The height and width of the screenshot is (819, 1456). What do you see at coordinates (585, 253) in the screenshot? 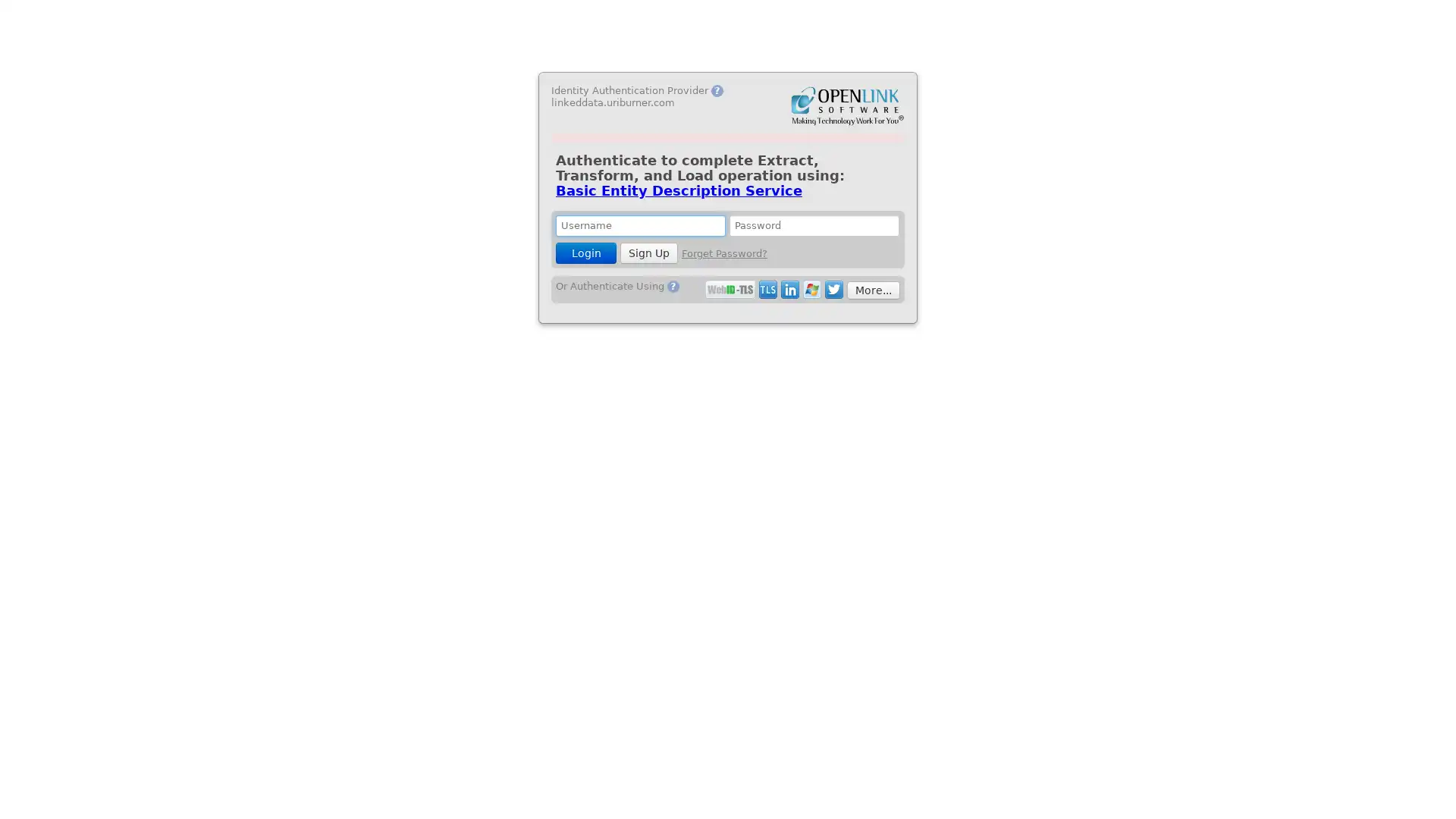
I see `Login` at bounding box center [585, 253].